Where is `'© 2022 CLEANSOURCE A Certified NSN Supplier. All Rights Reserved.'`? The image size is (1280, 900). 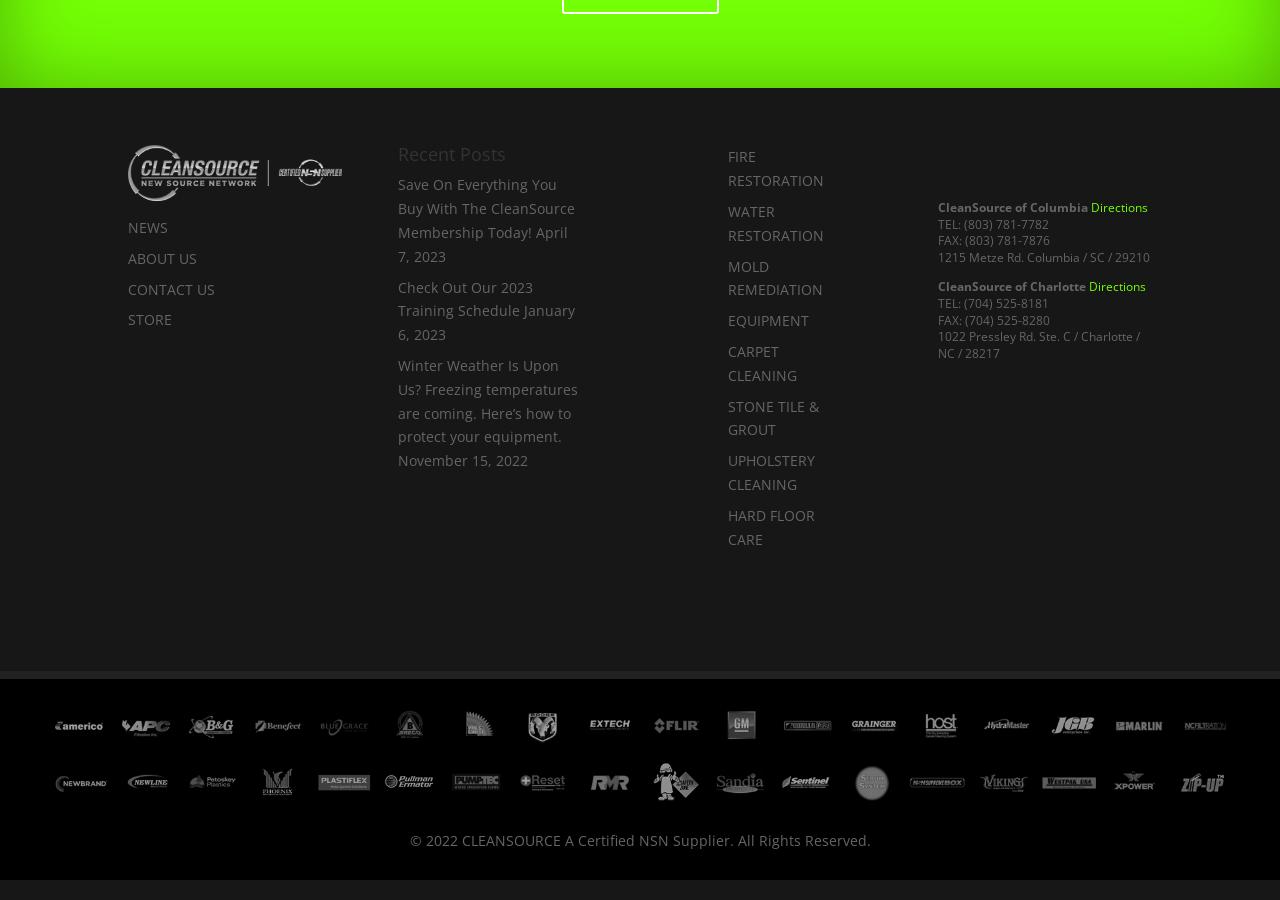
'© 2022 CLEANSOURCE A Certified NSN Supplier. All Rights Reserved.' is located at coordinates (638, 840).